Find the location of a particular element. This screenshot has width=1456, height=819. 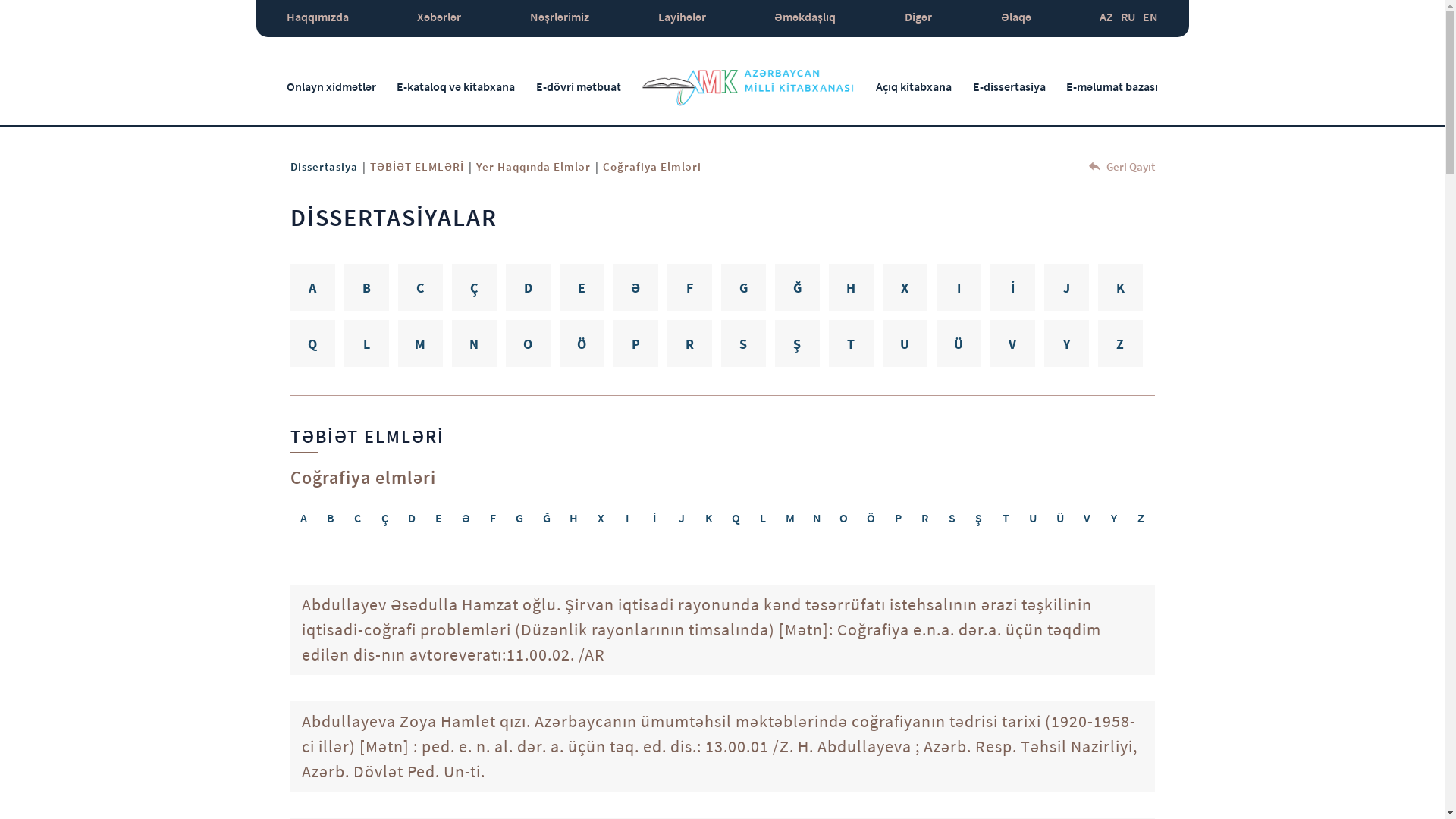

'EN' is located at coordinates (1150, 18).